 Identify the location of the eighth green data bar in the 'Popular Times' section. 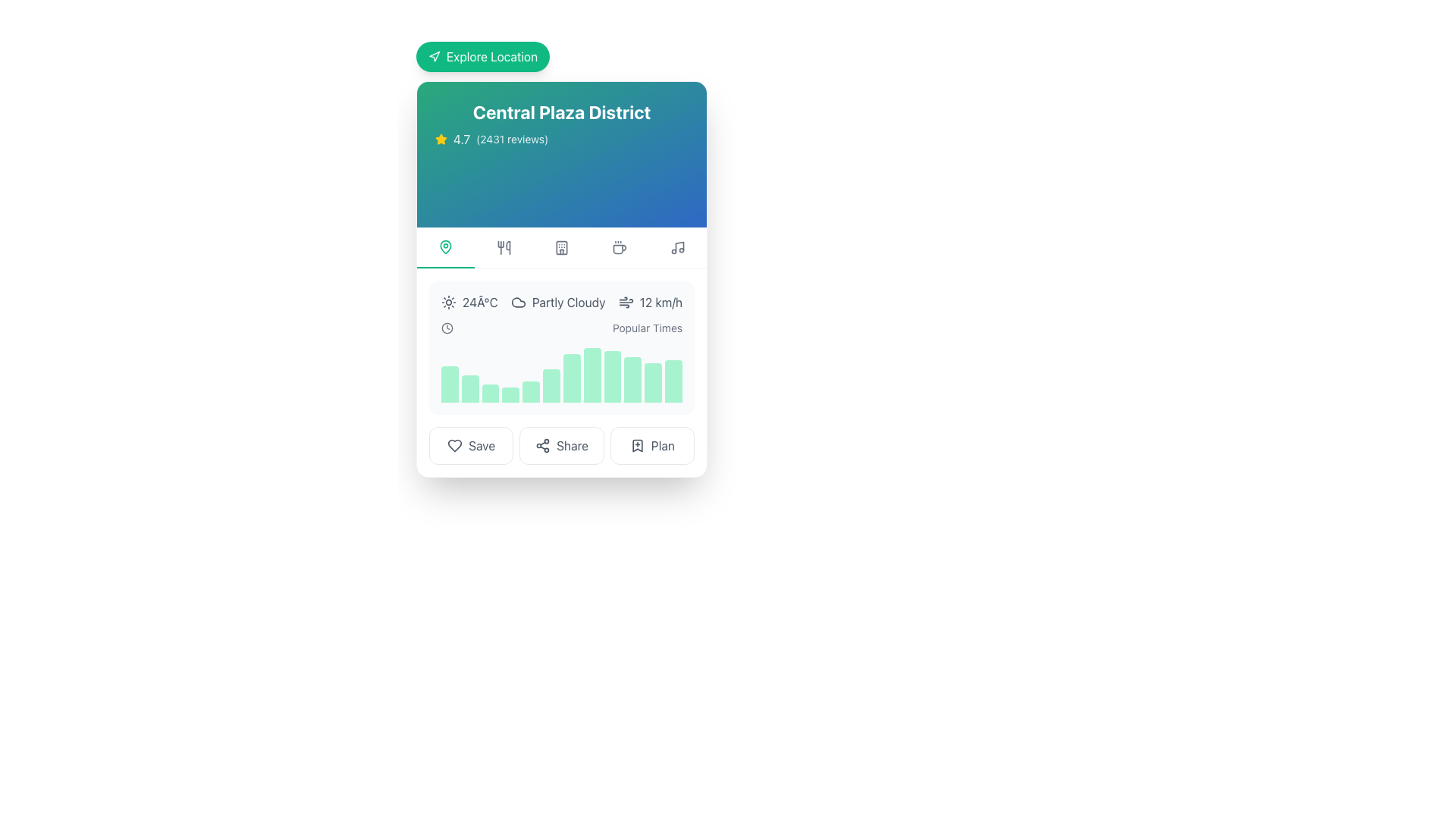
(591, 375).